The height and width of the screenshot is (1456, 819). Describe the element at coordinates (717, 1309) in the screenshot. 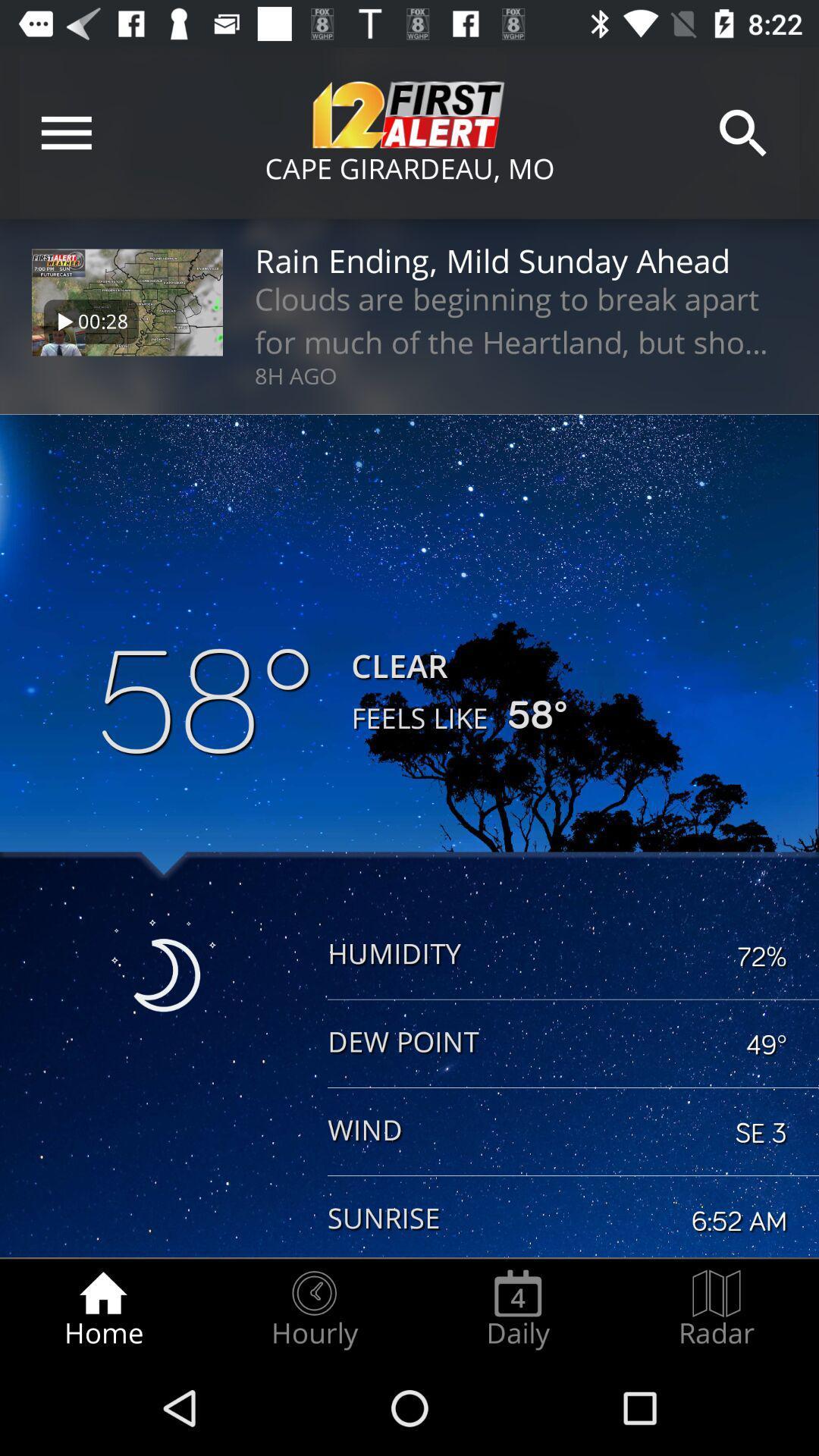

I see `the radio button to the right of the daily item` at that location.